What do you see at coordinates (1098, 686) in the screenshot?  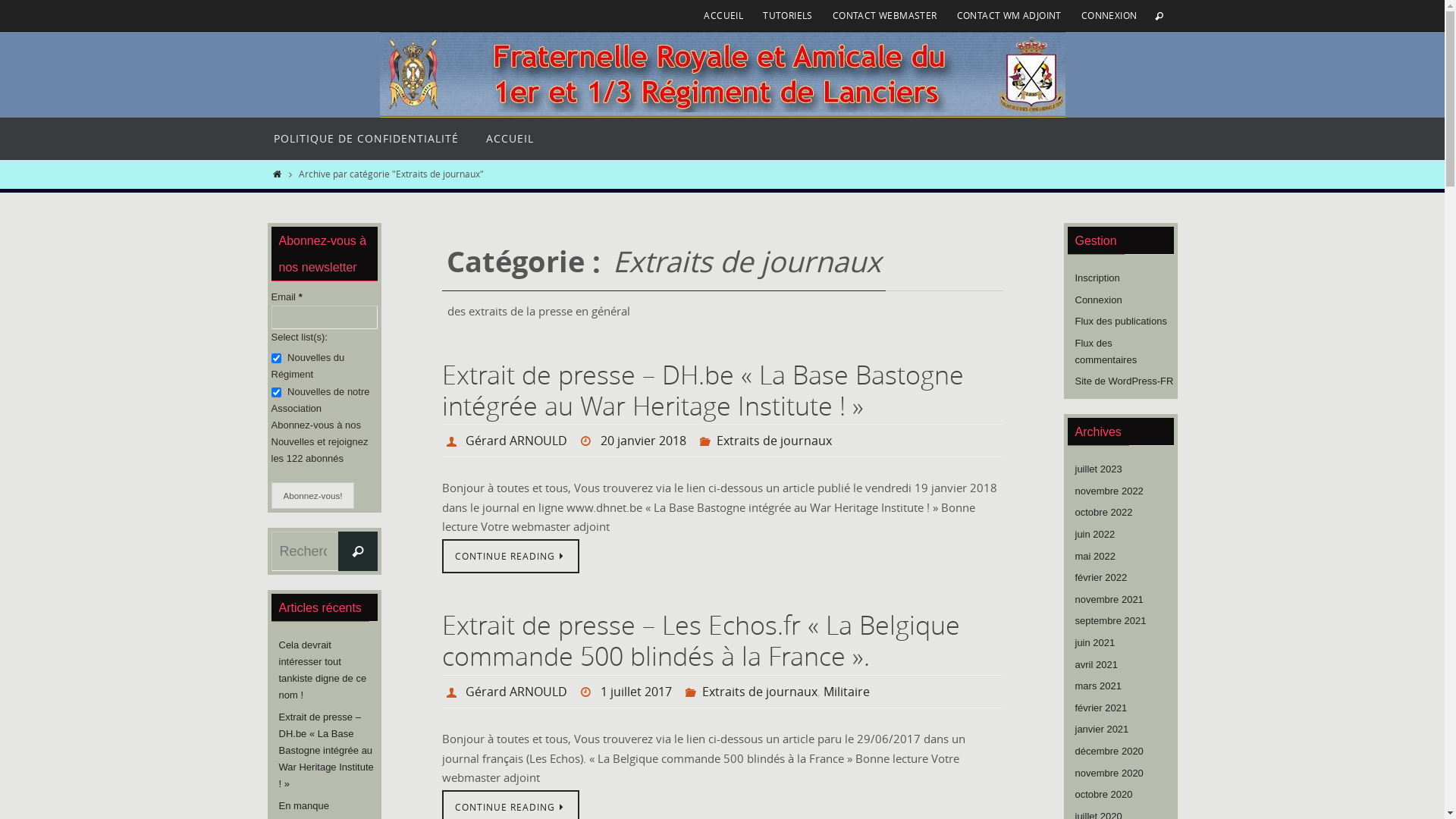 I see `'mars 2021'` at bounding box center [1098, 686].